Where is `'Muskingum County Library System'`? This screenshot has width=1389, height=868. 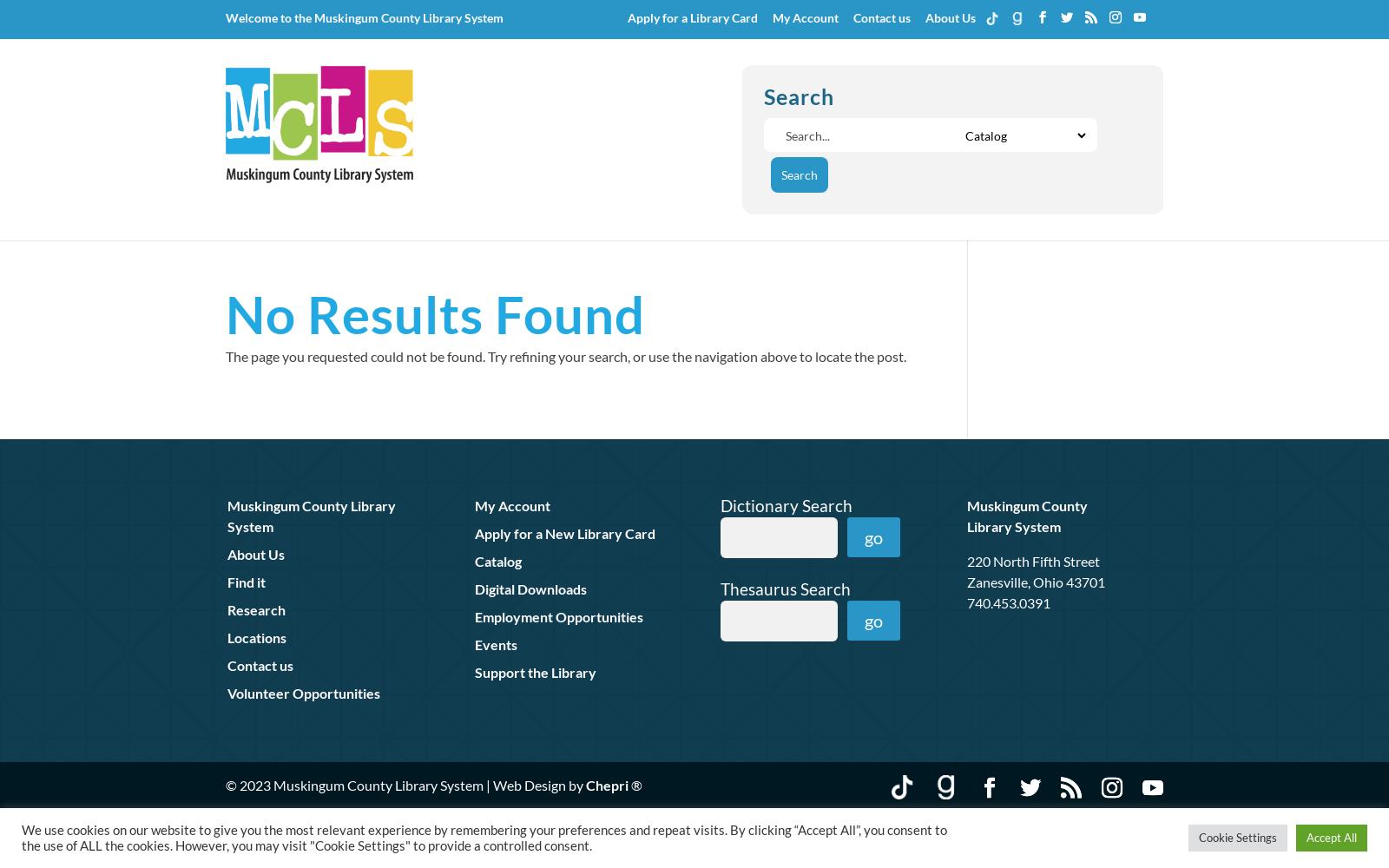 'Muskingum County Library System' is located at coordinates (312, 514).